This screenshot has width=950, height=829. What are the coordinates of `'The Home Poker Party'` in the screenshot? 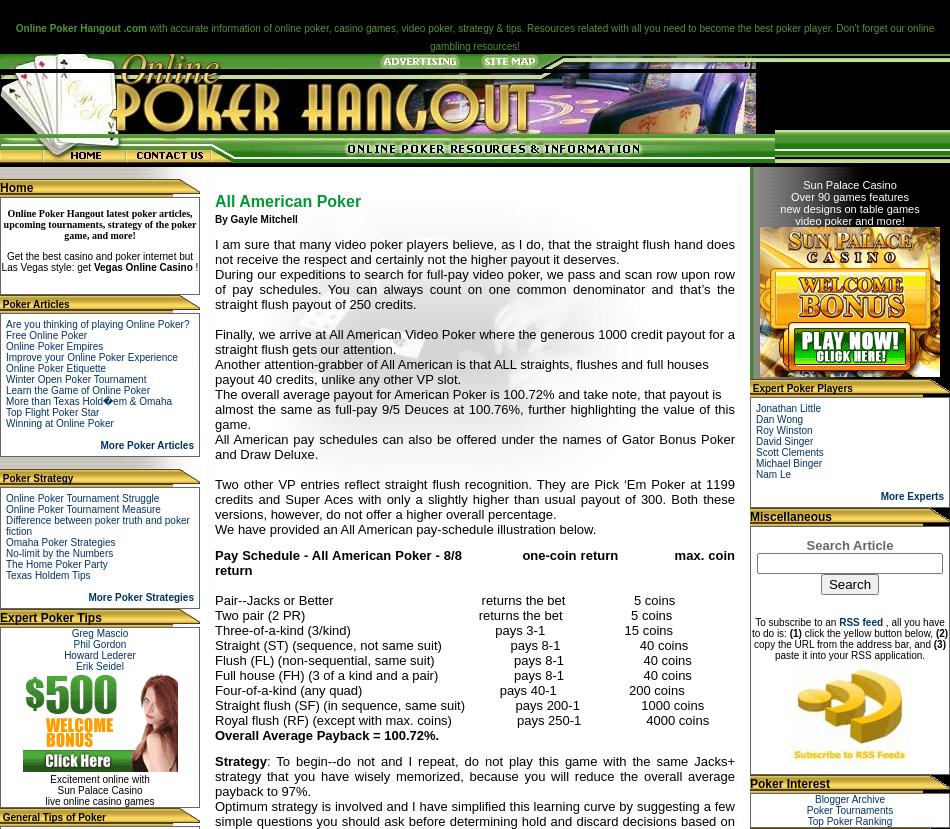 It's located at (56, 564).